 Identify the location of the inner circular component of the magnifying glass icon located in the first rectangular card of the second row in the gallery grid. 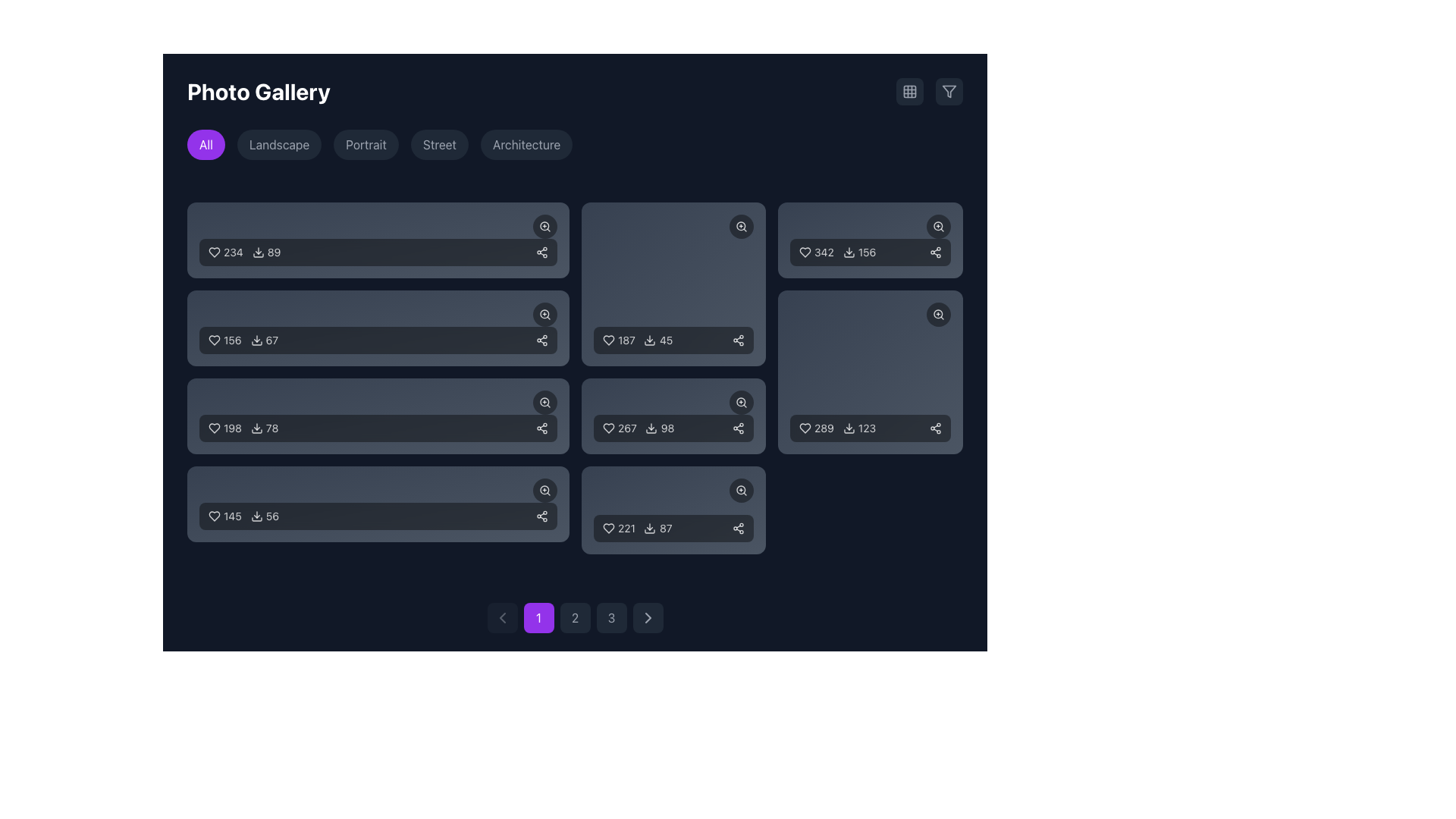
(544, 226).